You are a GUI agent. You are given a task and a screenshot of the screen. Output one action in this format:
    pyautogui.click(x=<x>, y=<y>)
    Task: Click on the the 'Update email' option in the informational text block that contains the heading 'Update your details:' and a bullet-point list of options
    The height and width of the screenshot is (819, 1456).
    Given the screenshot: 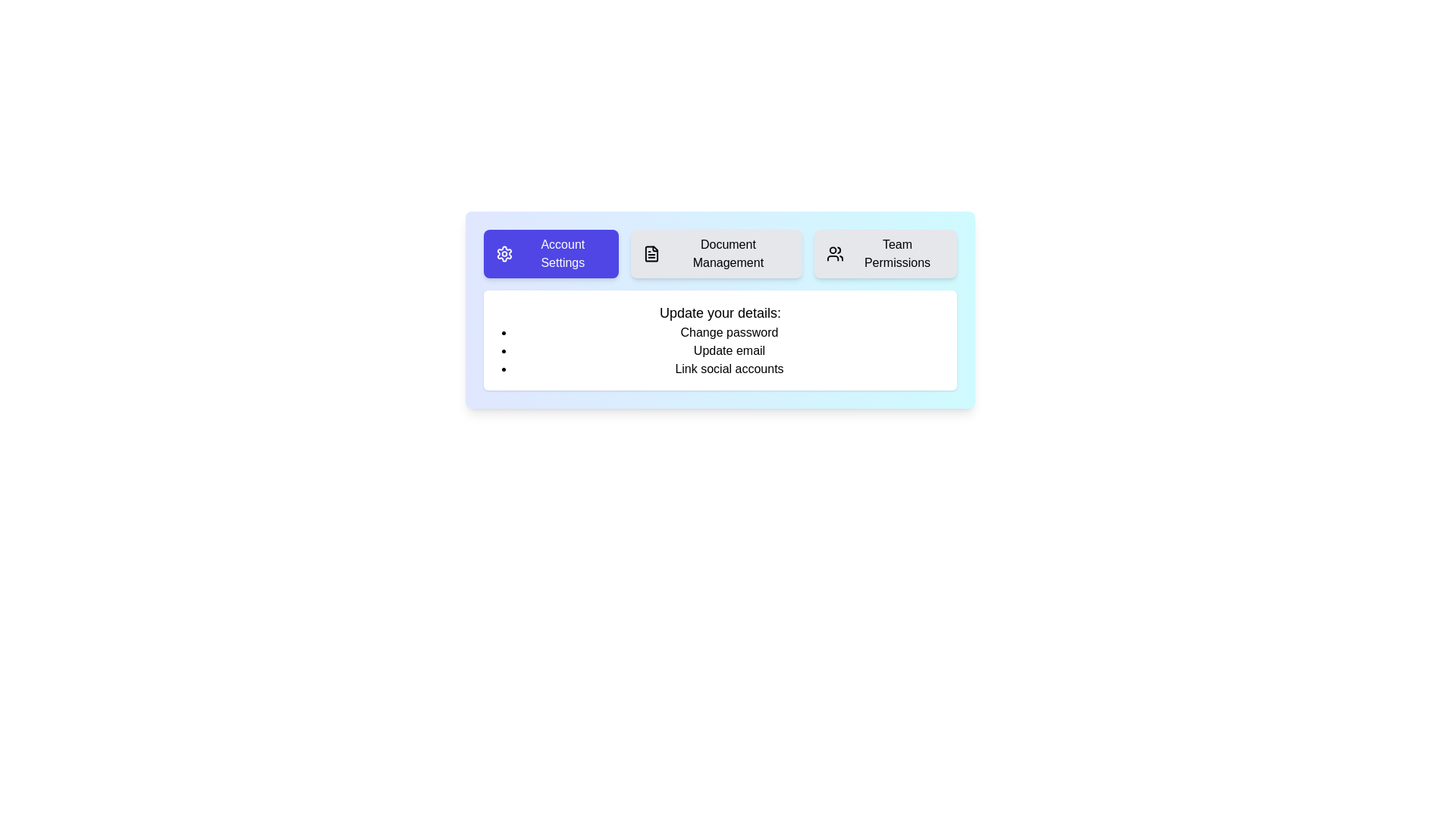 What is the action you would take?
    pyautogui.click(x=720, y=339)
    